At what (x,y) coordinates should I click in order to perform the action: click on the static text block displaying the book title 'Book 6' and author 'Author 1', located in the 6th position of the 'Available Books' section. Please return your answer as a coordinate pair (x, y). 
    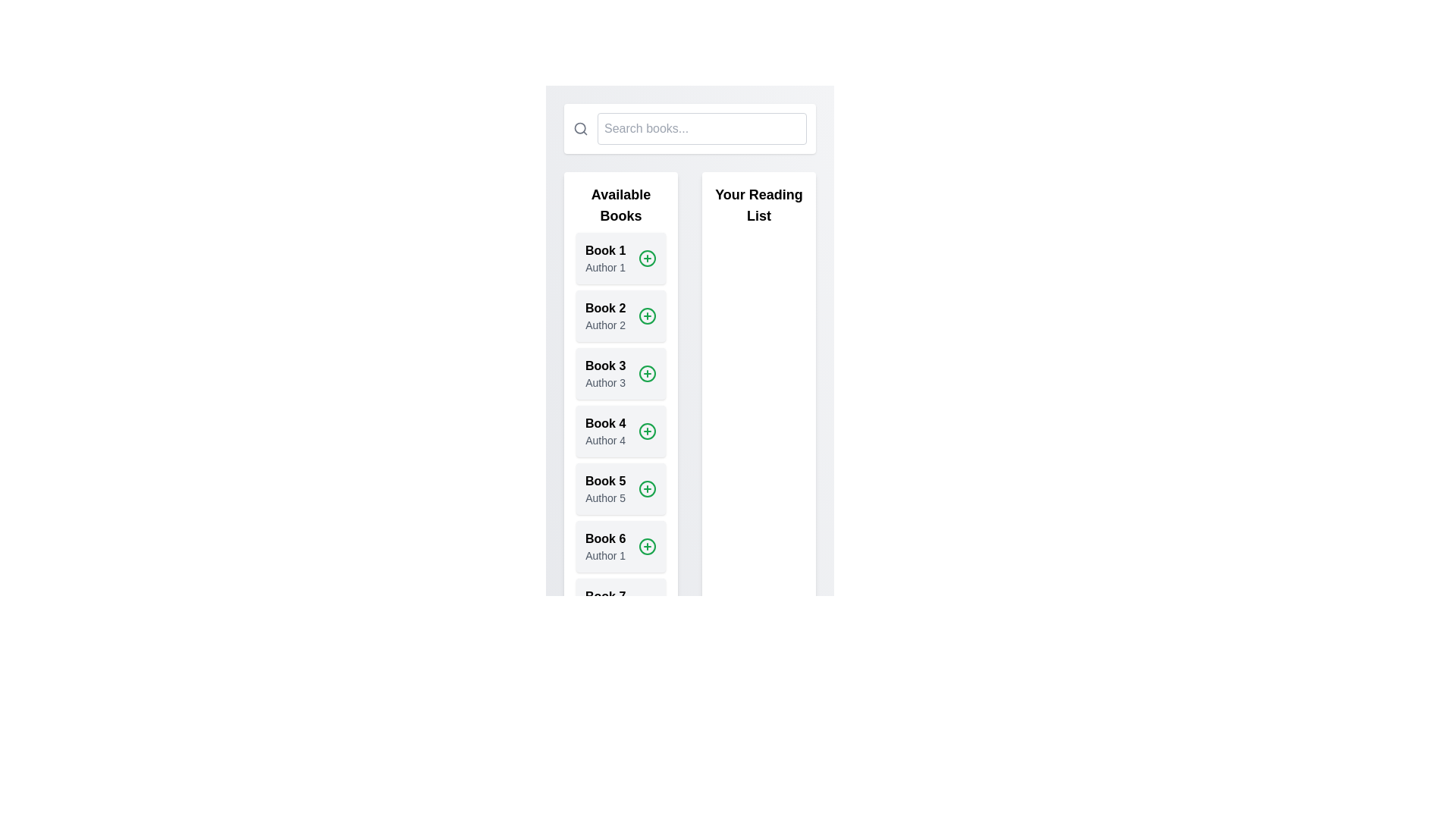
    Looking at the image, I should click on (604, 547).